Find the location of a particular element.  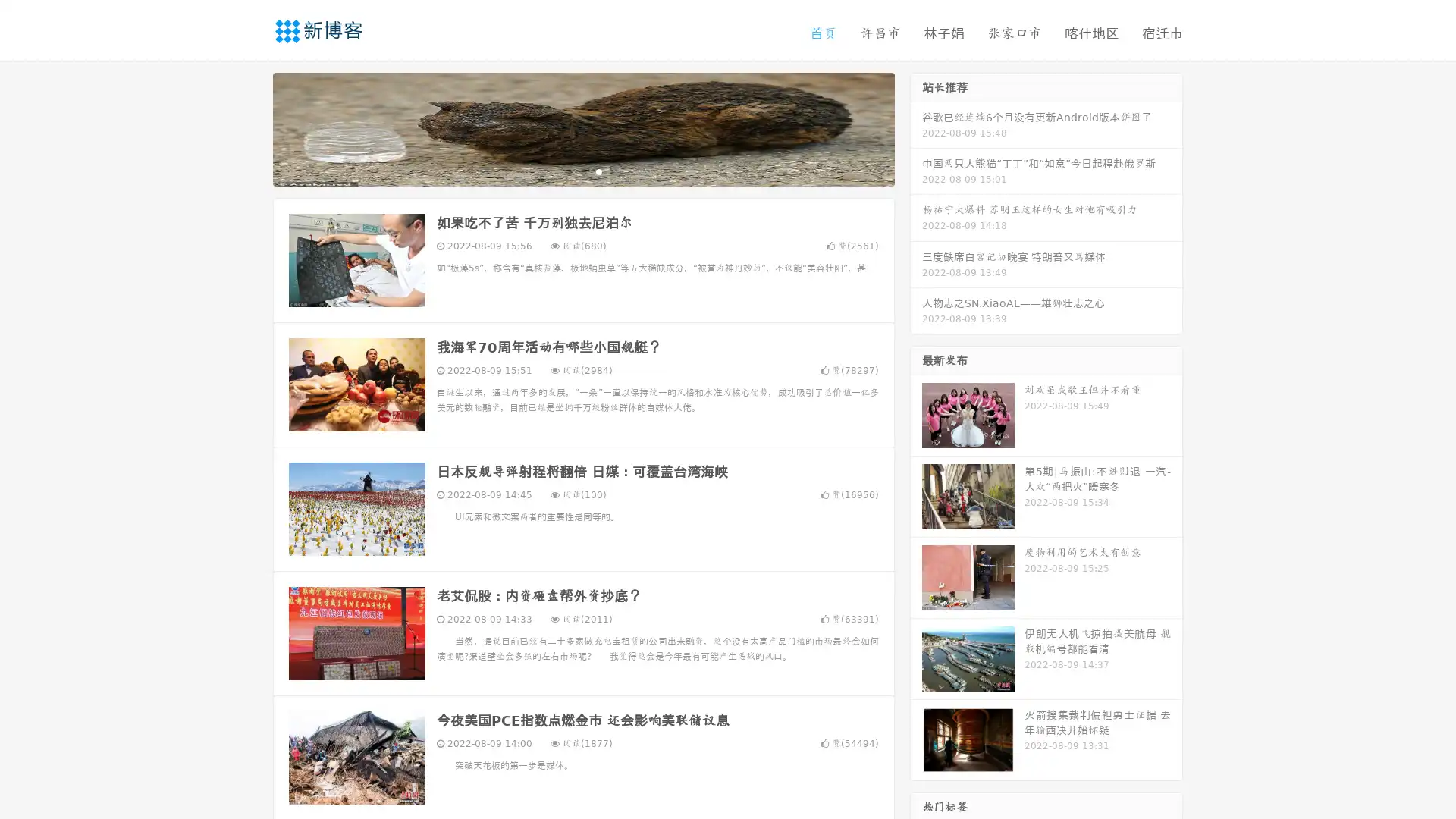

Next slide is located at coordinates (916, 127).